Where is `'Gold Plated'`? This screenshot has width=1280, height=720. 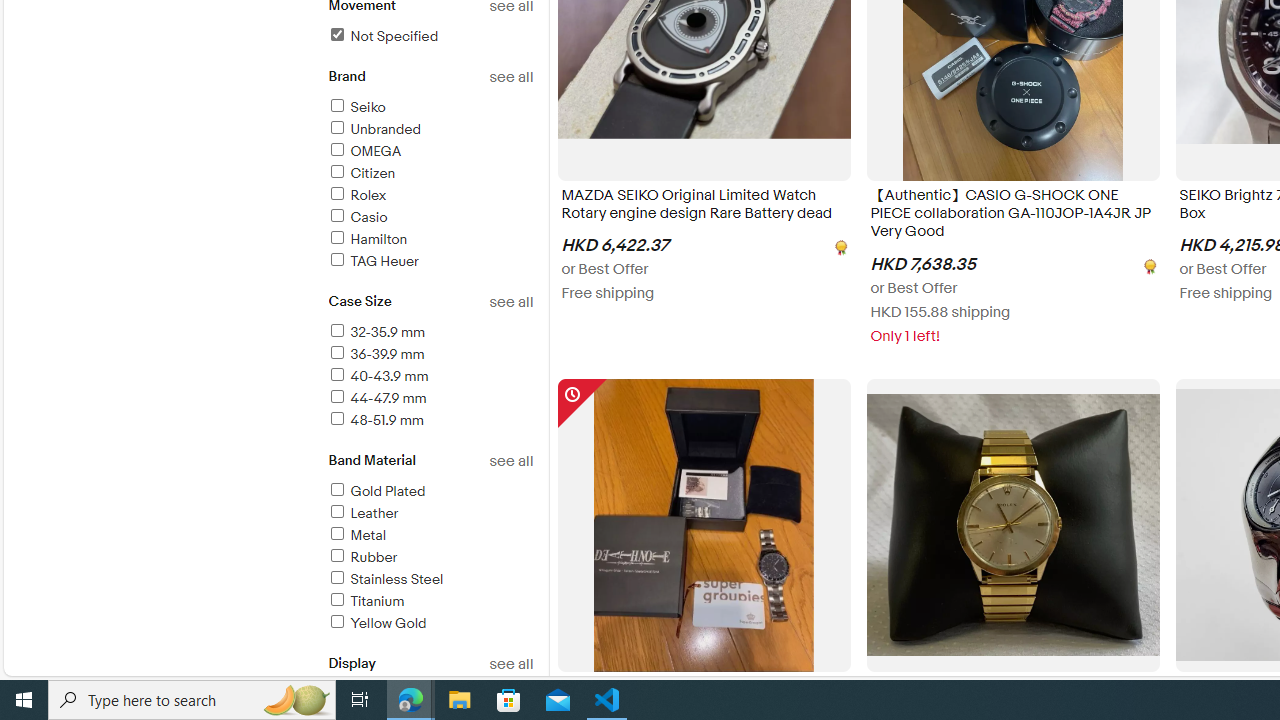
'Gold Plated' is located at coordinates (429, 492).